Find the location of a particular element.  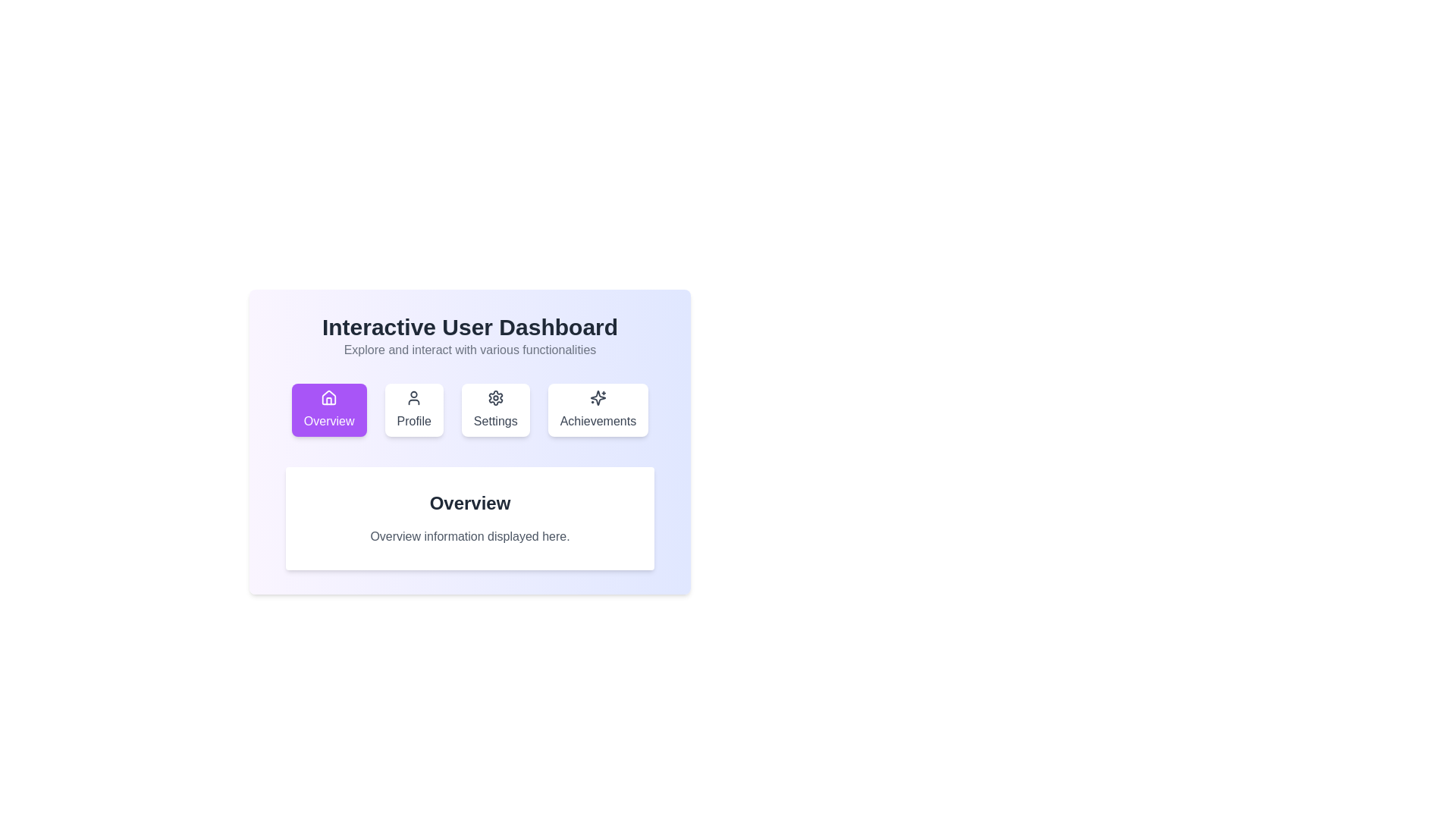

the non-interactive descriptive section that displays an overview message, located beneath the 'Overview', 'Profile', 'Settings', and 'Achievements' buttons is located at coordinates (469, 517).